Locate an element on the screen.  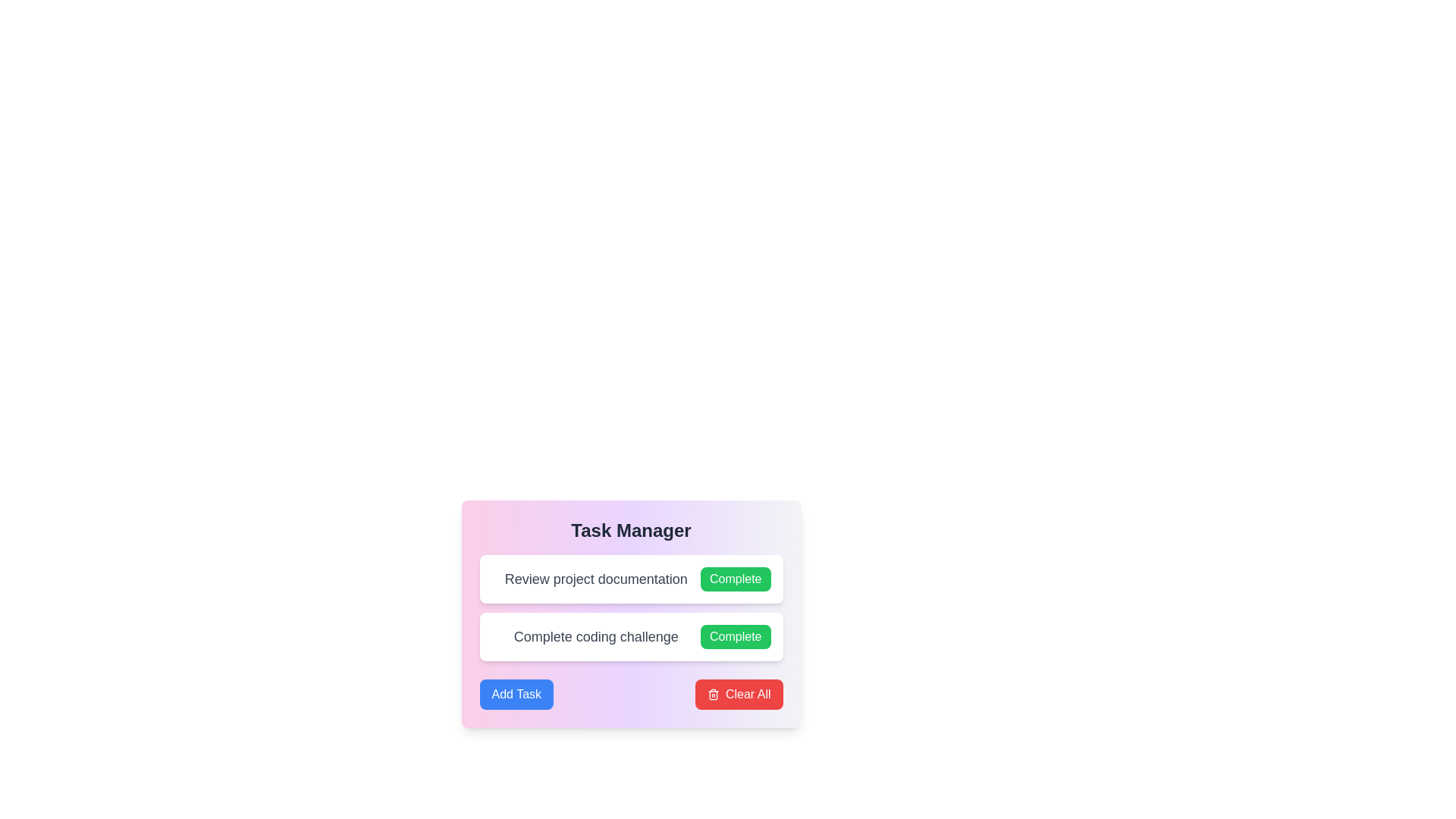
the trash icon within the 'Clear All' button located in the bottom-right corner of the task manager card is located at coordinates (712, 694).